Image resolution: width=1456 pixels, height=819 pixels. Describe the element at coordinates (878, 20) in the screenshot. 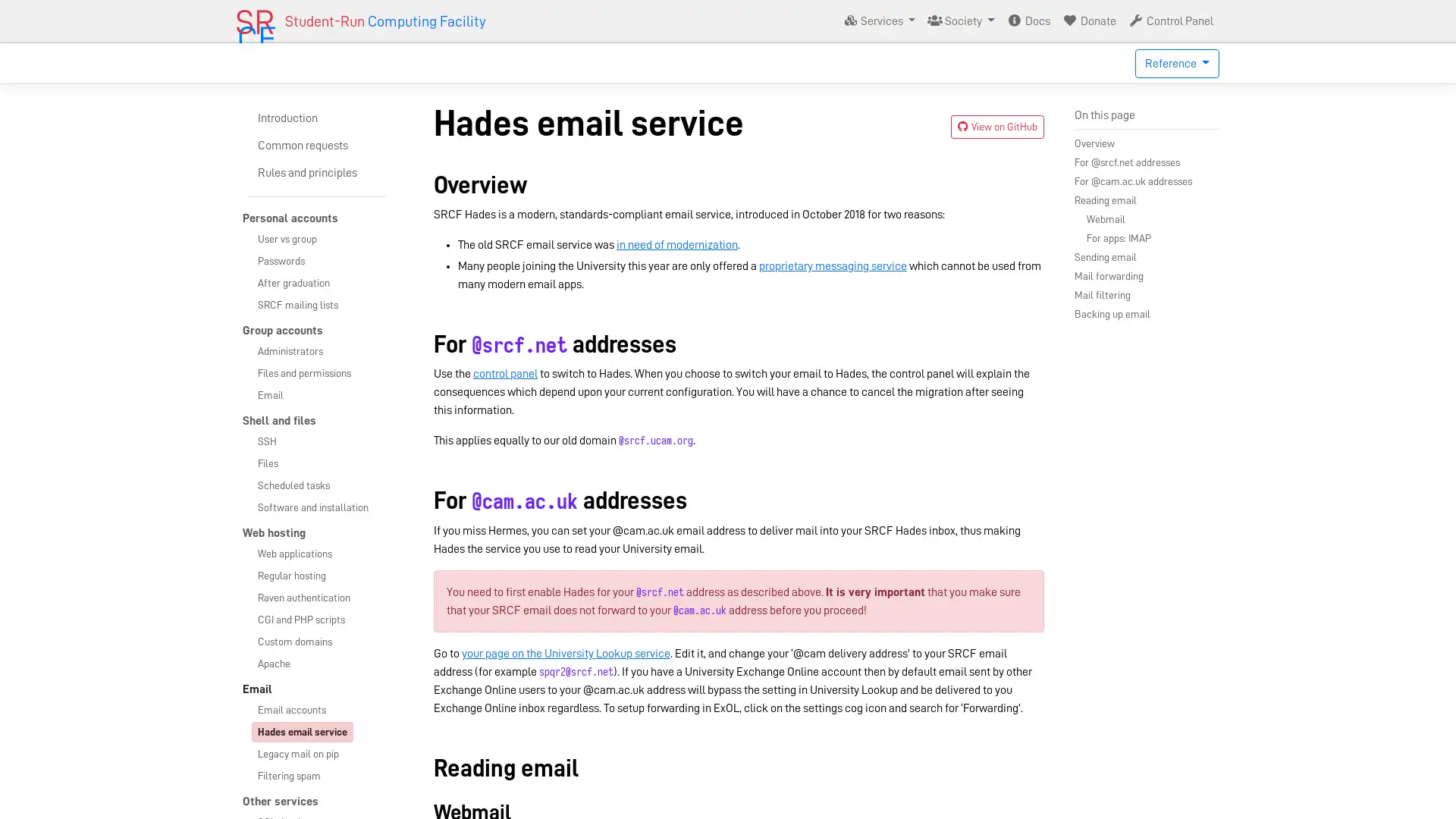

I see `Services` at that location.